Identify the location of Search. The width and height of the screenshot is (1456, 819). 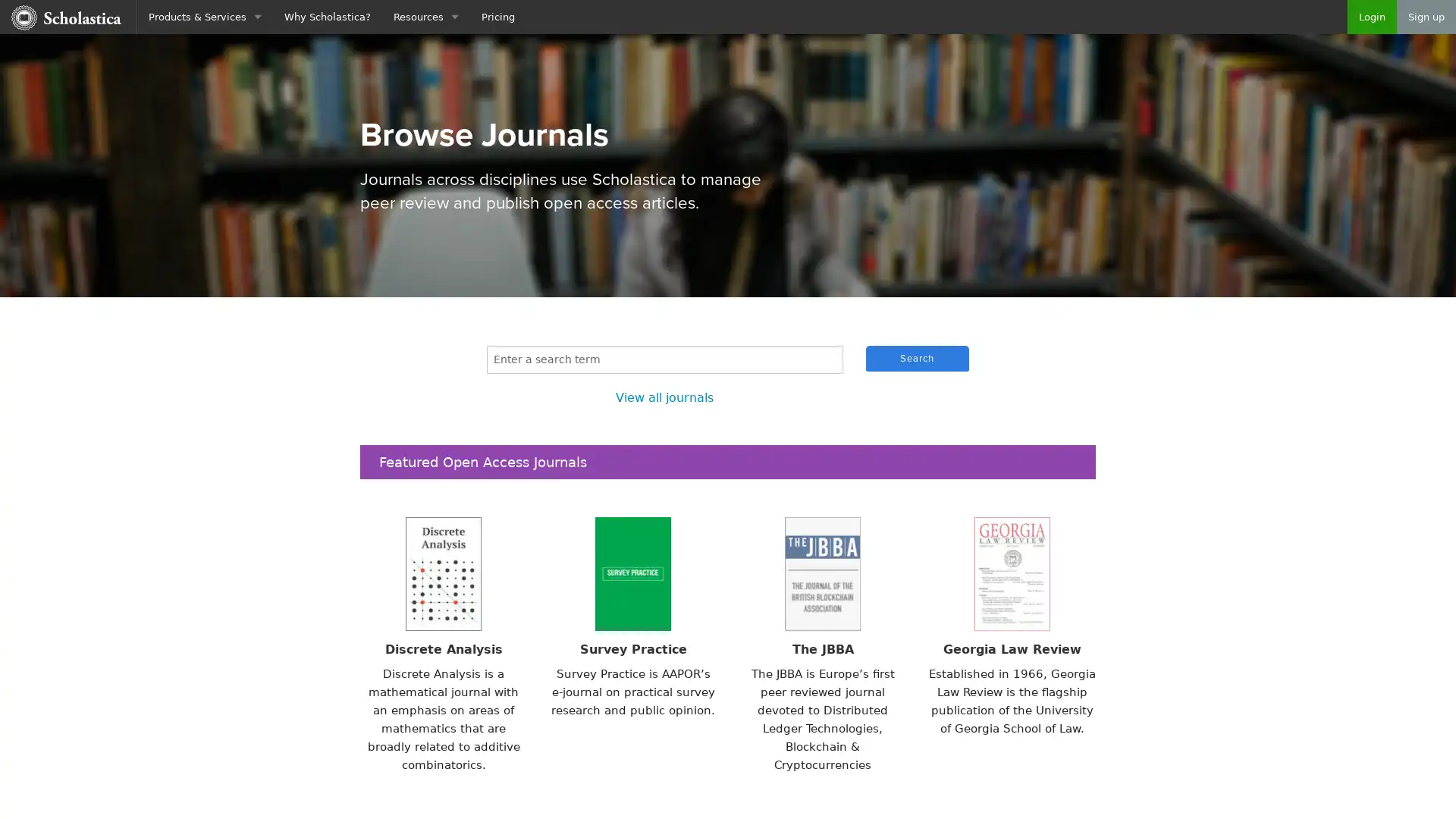
(916, 359).